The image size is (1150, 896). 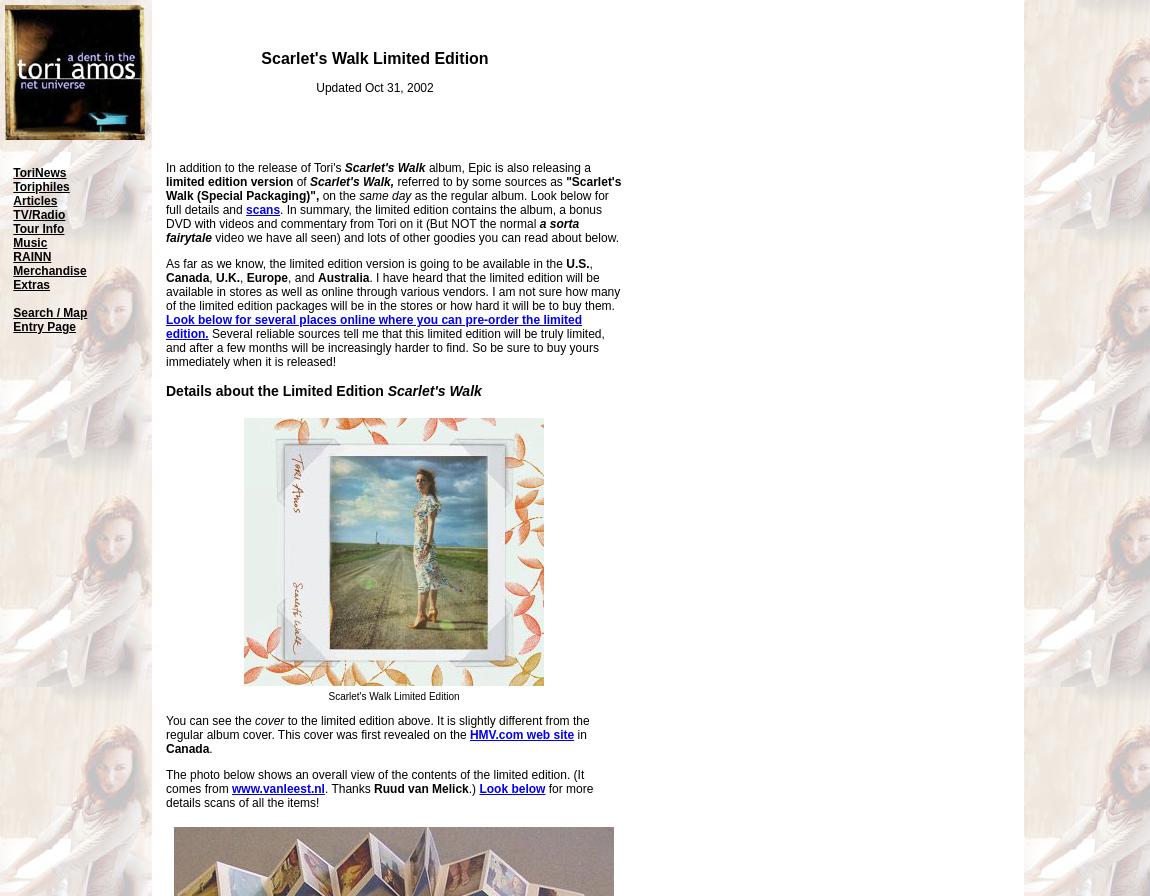 I want to click on 'for more details scans of all the items!', so click(x=164, y=796).